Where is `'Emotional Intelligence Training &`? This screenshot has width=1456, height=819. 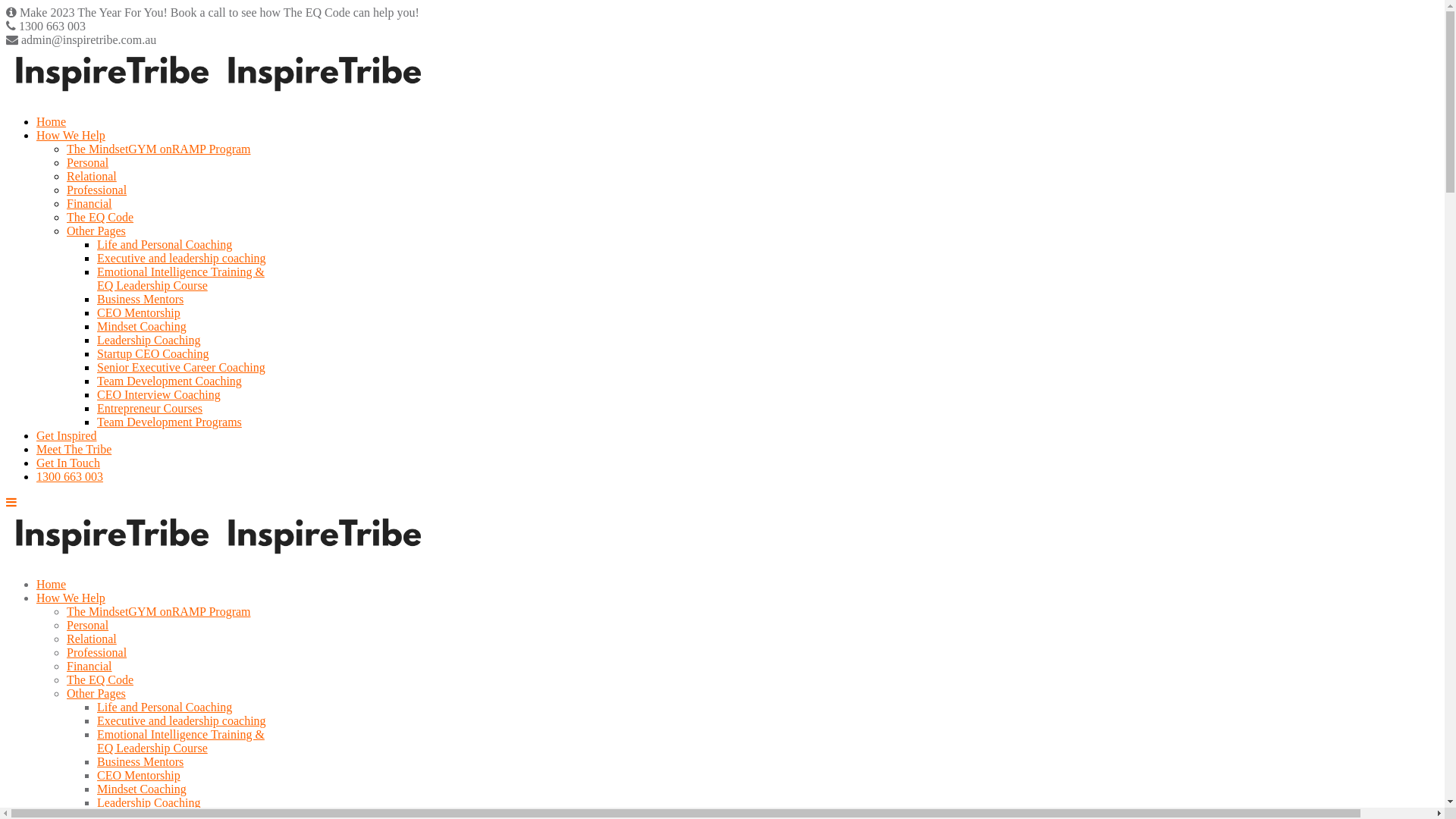
'Emotional Intelligence Training & is located at coordinates (180, 740).